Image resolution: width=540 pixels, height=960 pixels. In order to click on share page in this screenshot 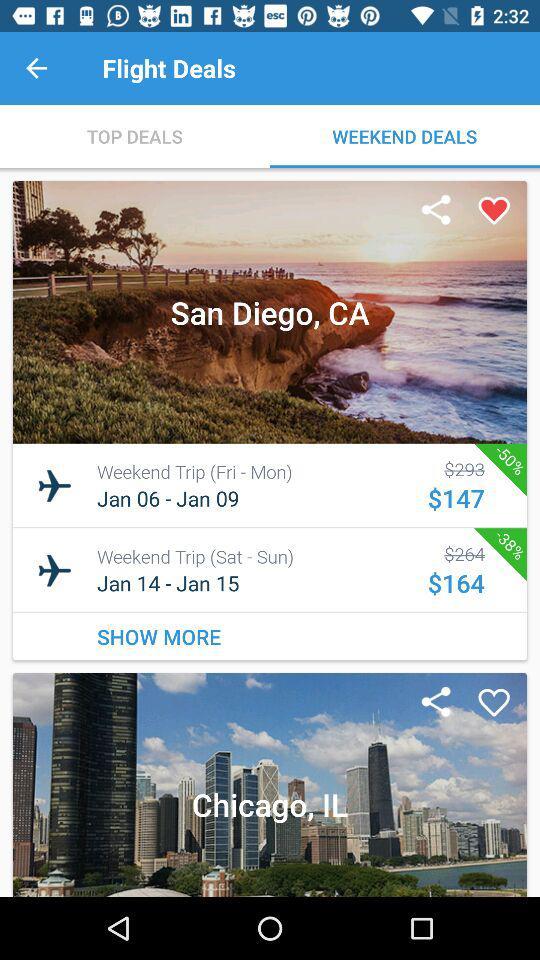, I will do `click(435, 211)`.